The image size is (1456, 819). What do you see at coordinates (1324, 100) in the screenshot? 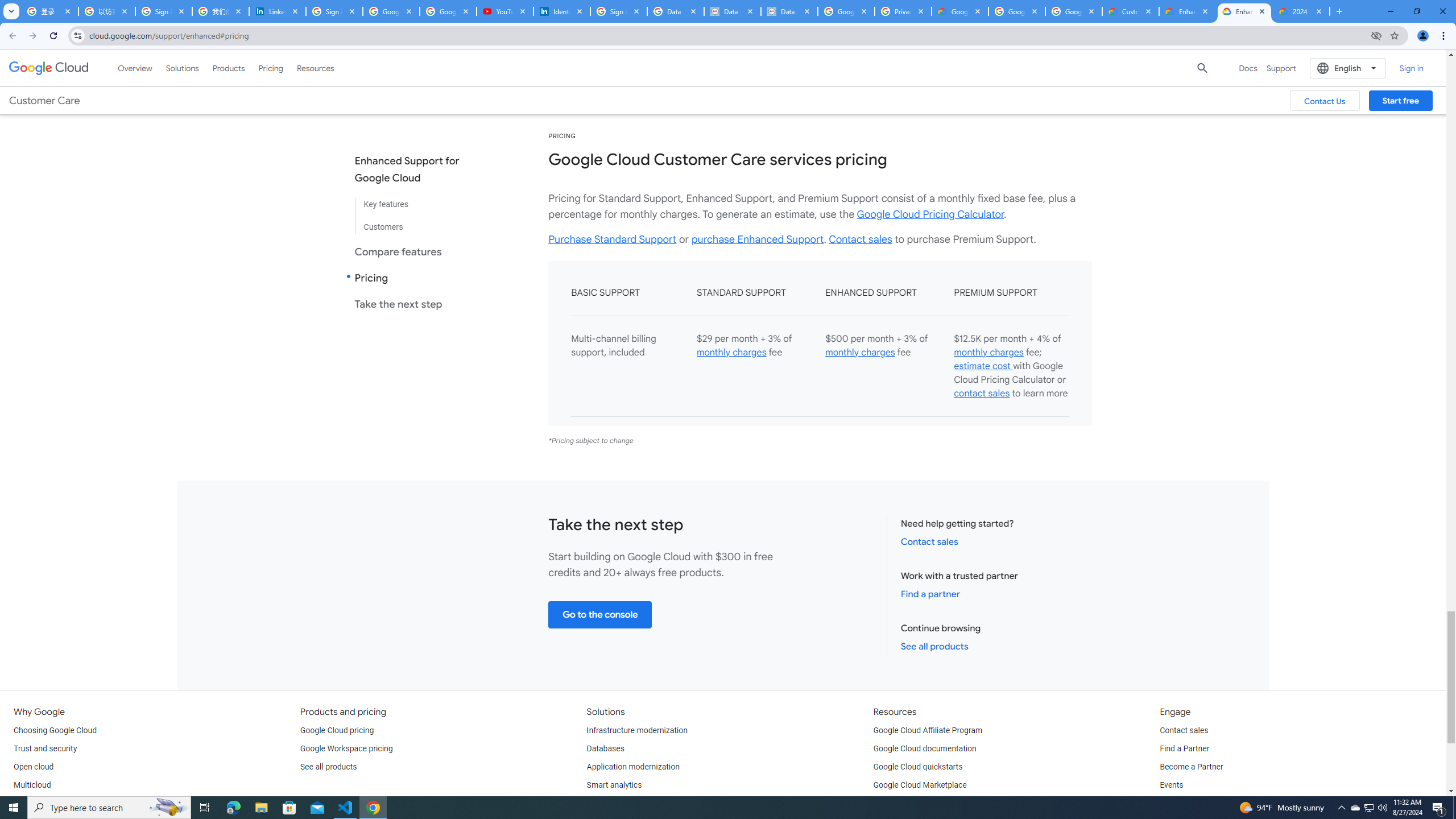
I see `'Contact Us'` at bounding box center [1324, 100].